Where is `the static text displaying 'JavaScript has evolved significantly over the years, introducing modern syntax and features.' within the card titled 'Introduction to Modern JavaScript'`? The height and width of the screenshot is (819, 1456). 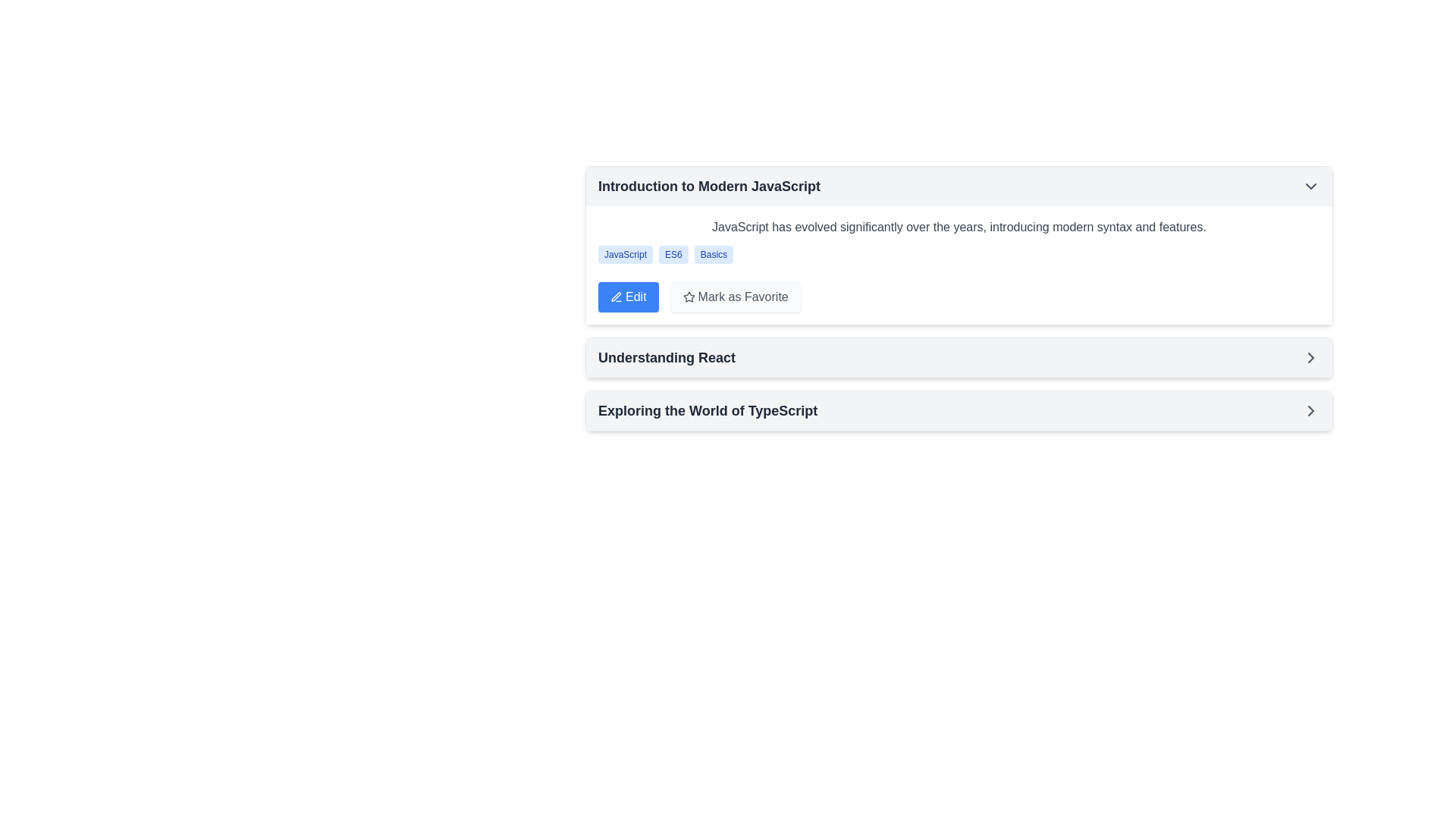
the static text displaying 'JavaScript has evolved significantly over the years, introducing modern syntax and features.' within the card titled 'Introduction to Modern JavaScript' is located at coordinates (959, 227).